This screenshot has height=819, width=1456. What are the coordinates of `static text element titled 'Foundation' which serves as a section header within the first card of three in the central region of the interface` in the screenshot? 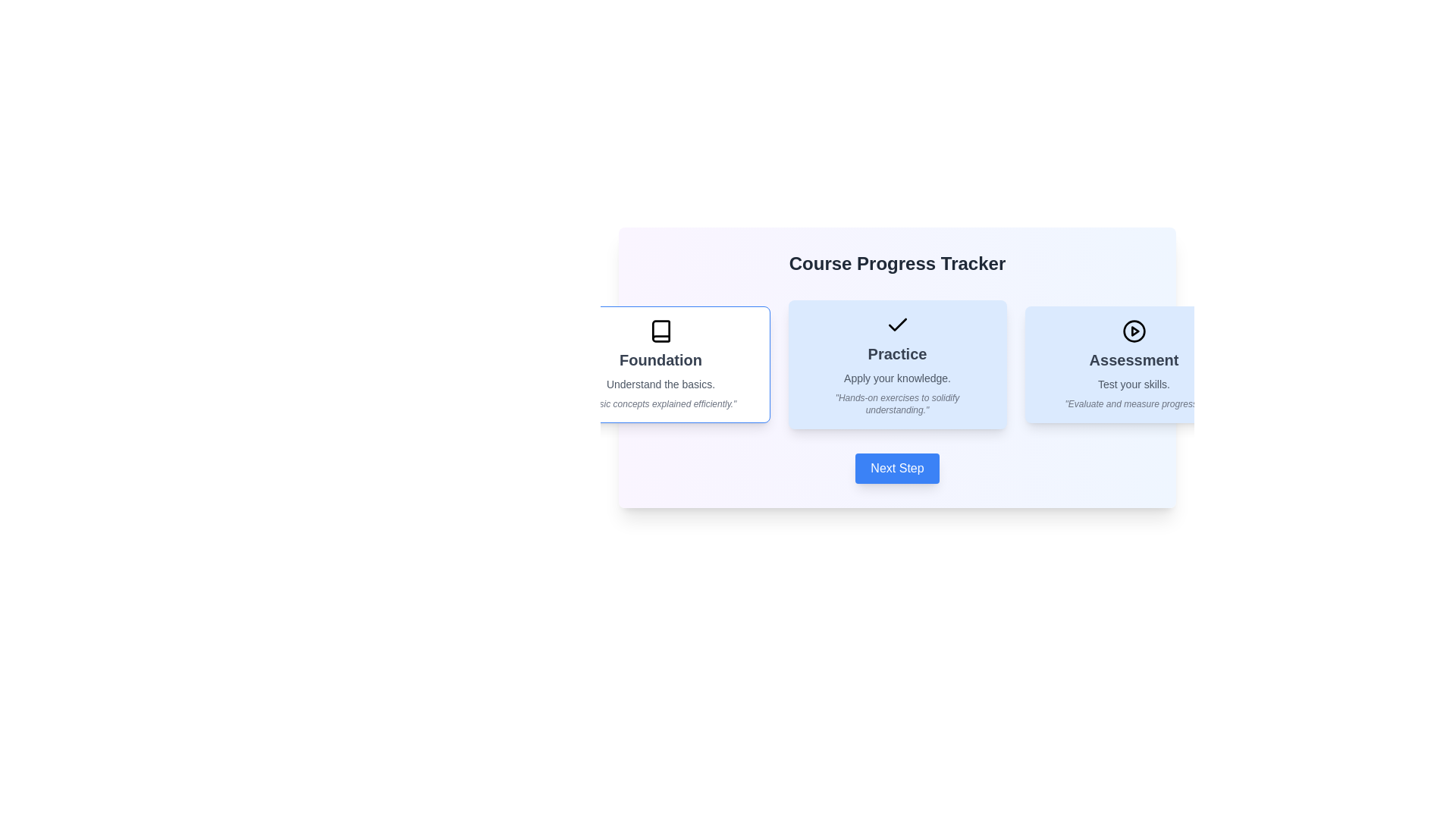 It's located at (661, 359).